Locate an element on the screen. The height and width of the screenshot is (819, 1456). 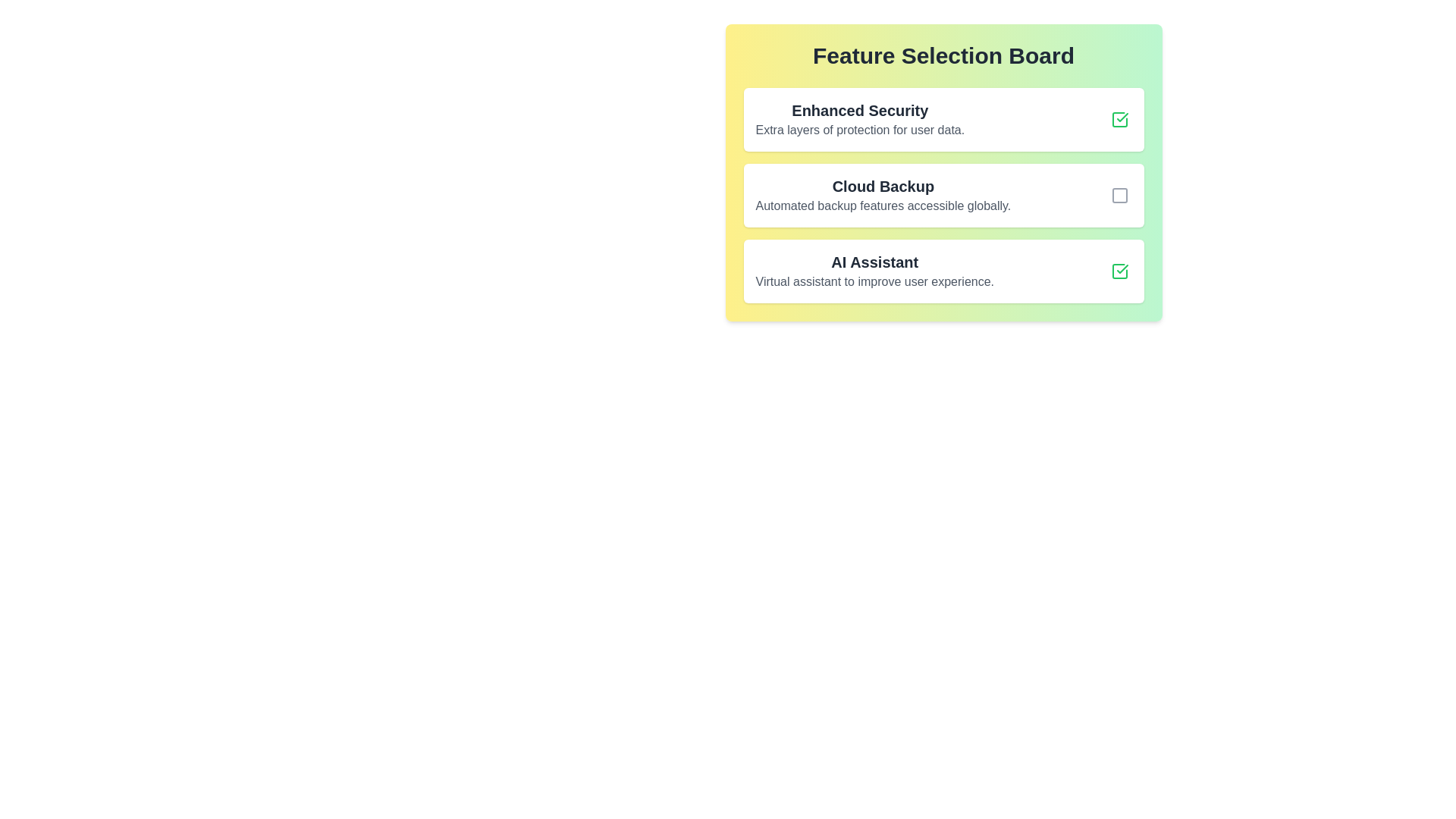
gray text that states 'Virtual assistant to improve user experience.' located below the 'AI Assistant' heading in the third feature card of the 'Feature Selection Board' is located at coordinates (874, 281).